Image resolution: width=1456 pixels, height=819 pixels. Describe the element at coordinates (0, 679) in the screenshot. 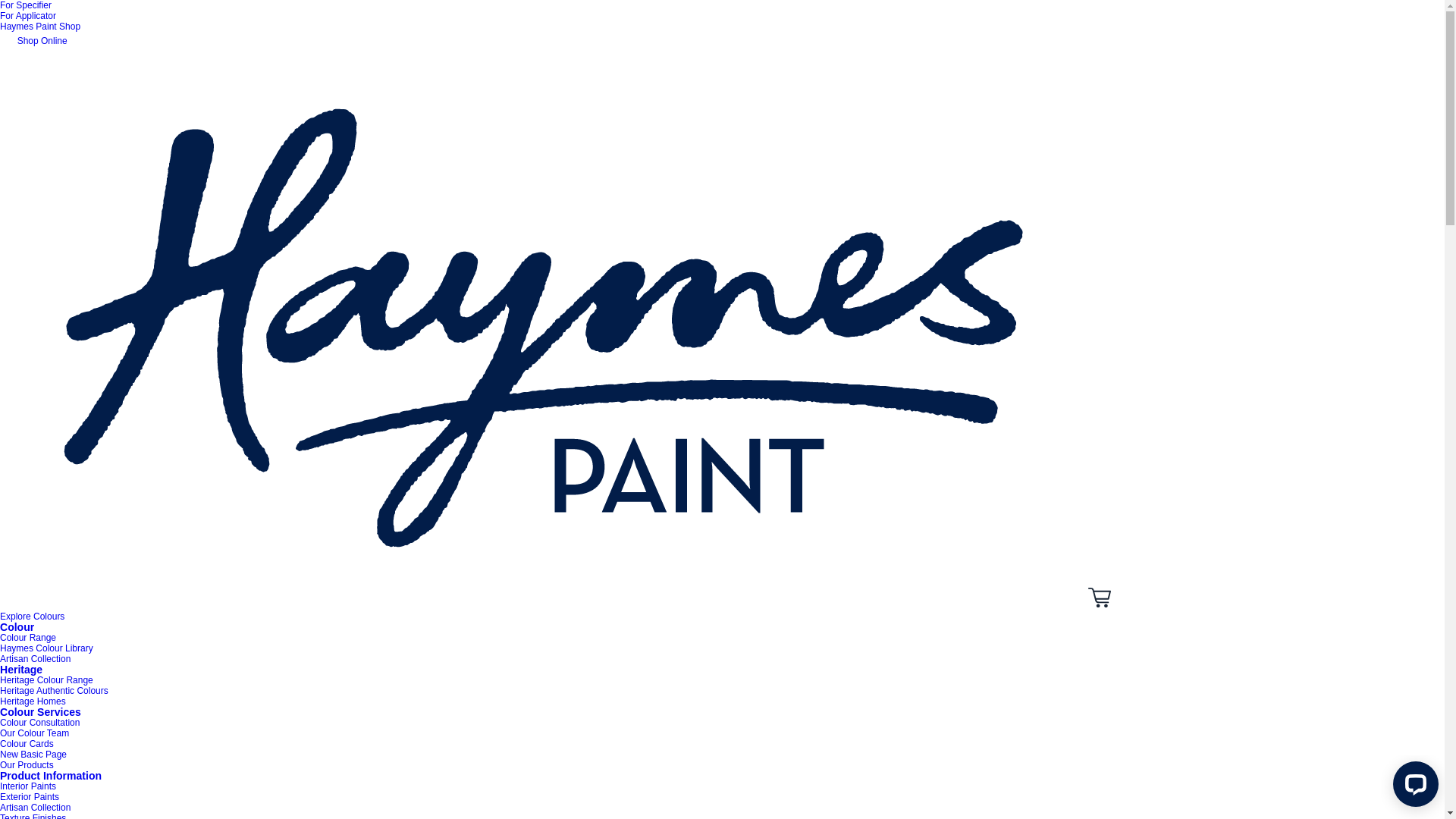

I see `'Heritage Colour Range'` at that location.